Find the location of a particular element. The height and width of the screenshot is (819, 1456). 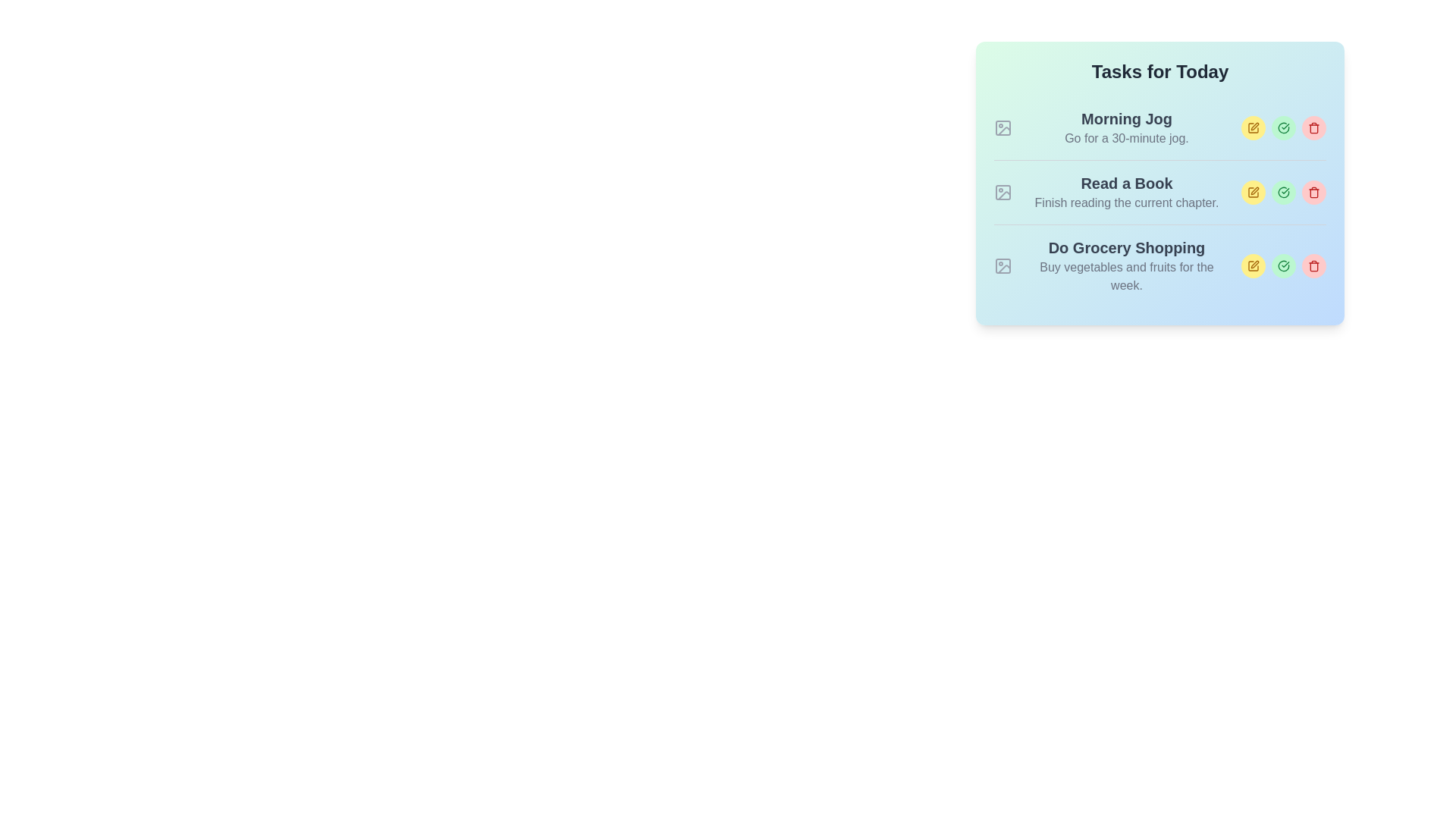

the green circular checkmark icon in the second row of the tasks list, which indicates completion for the 'Read a Book' task is located at coordinates (1283, 127).